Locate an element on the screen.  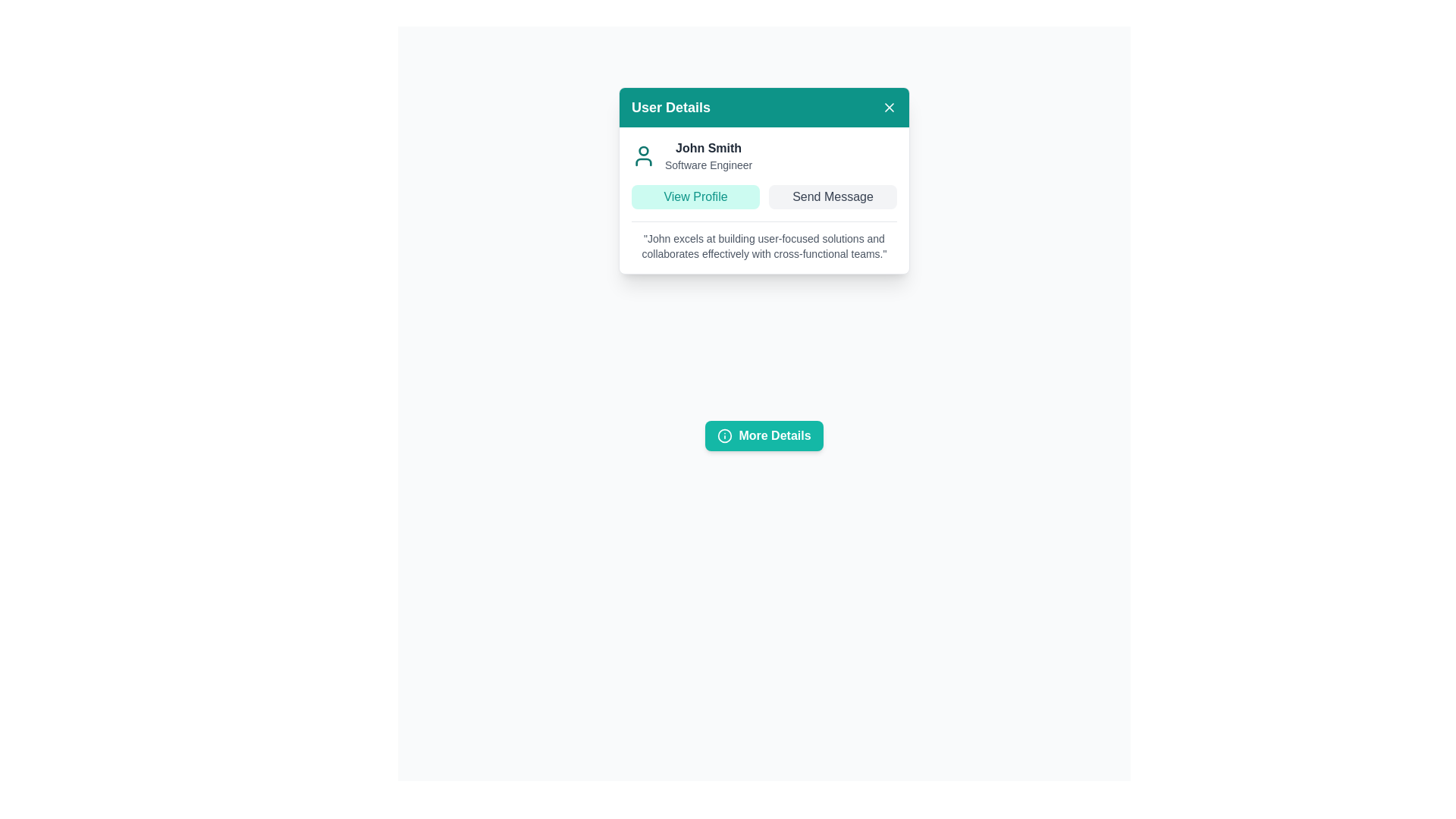
the user profile icon located to the left of the user details section, which represents the user 'John Smith', a Software Engineer is located at coordinates (644, 155).